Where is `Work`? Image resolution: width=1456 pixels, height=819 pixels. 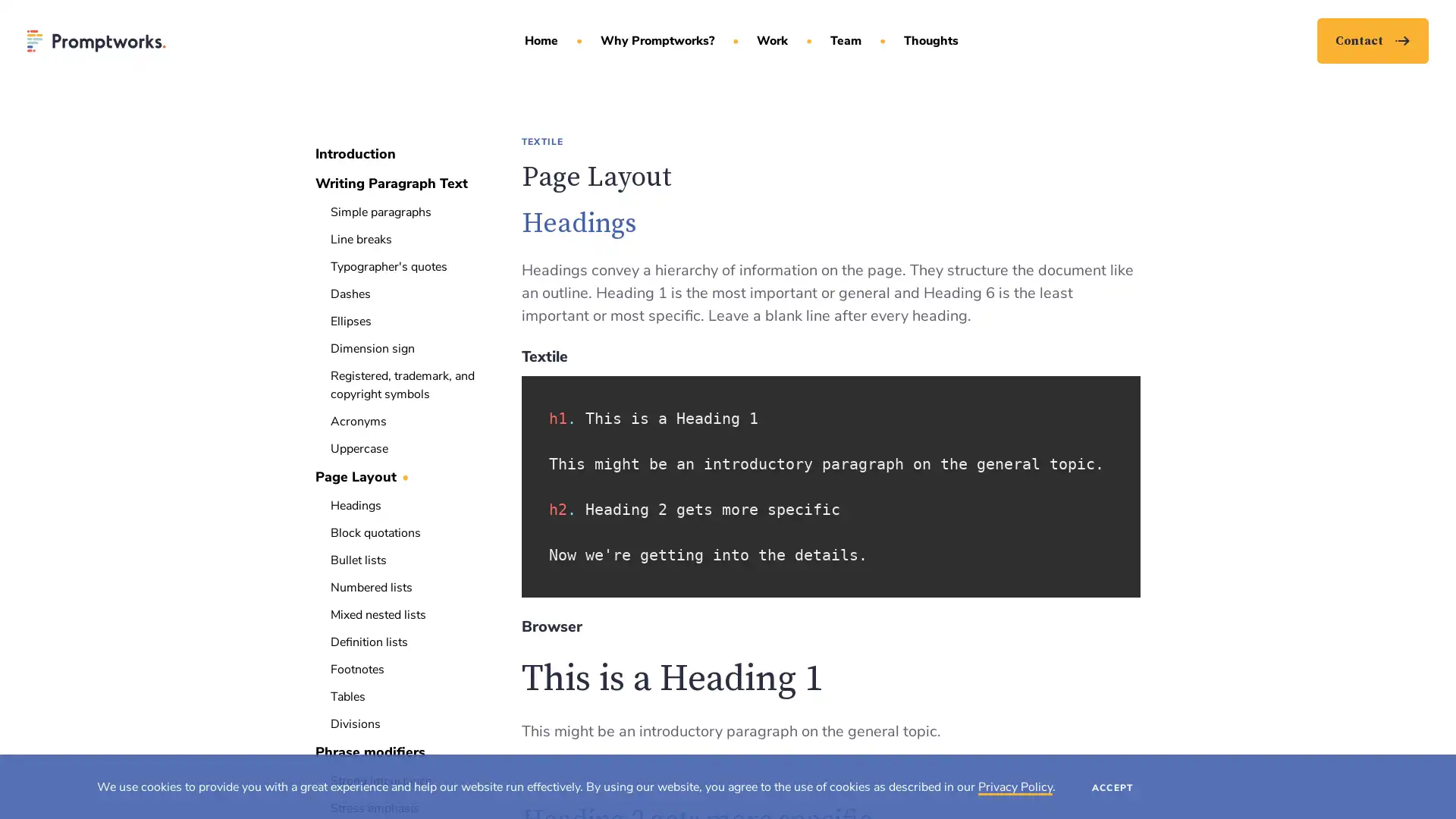 Work is located at coordinates (775, 49).